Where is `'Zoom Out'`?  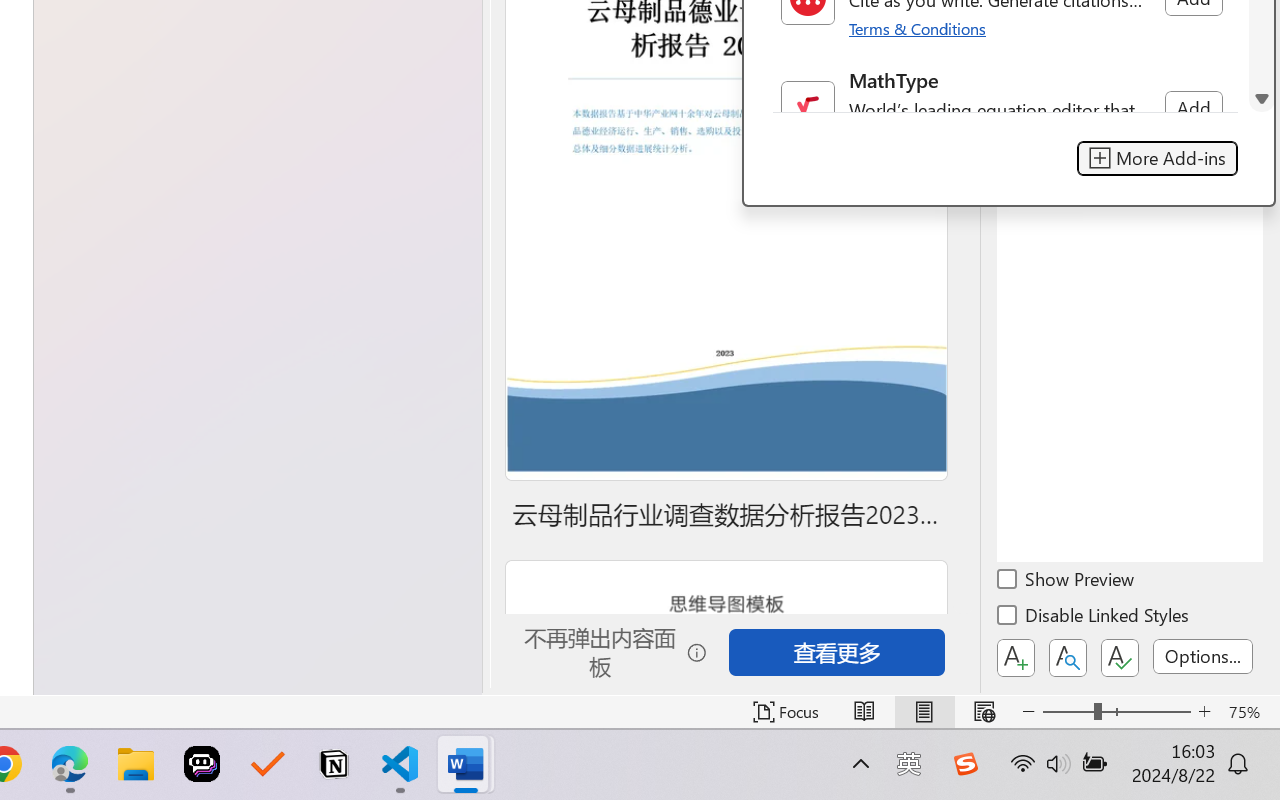 'Zoom Out' is located at coordinates (1067, 711).